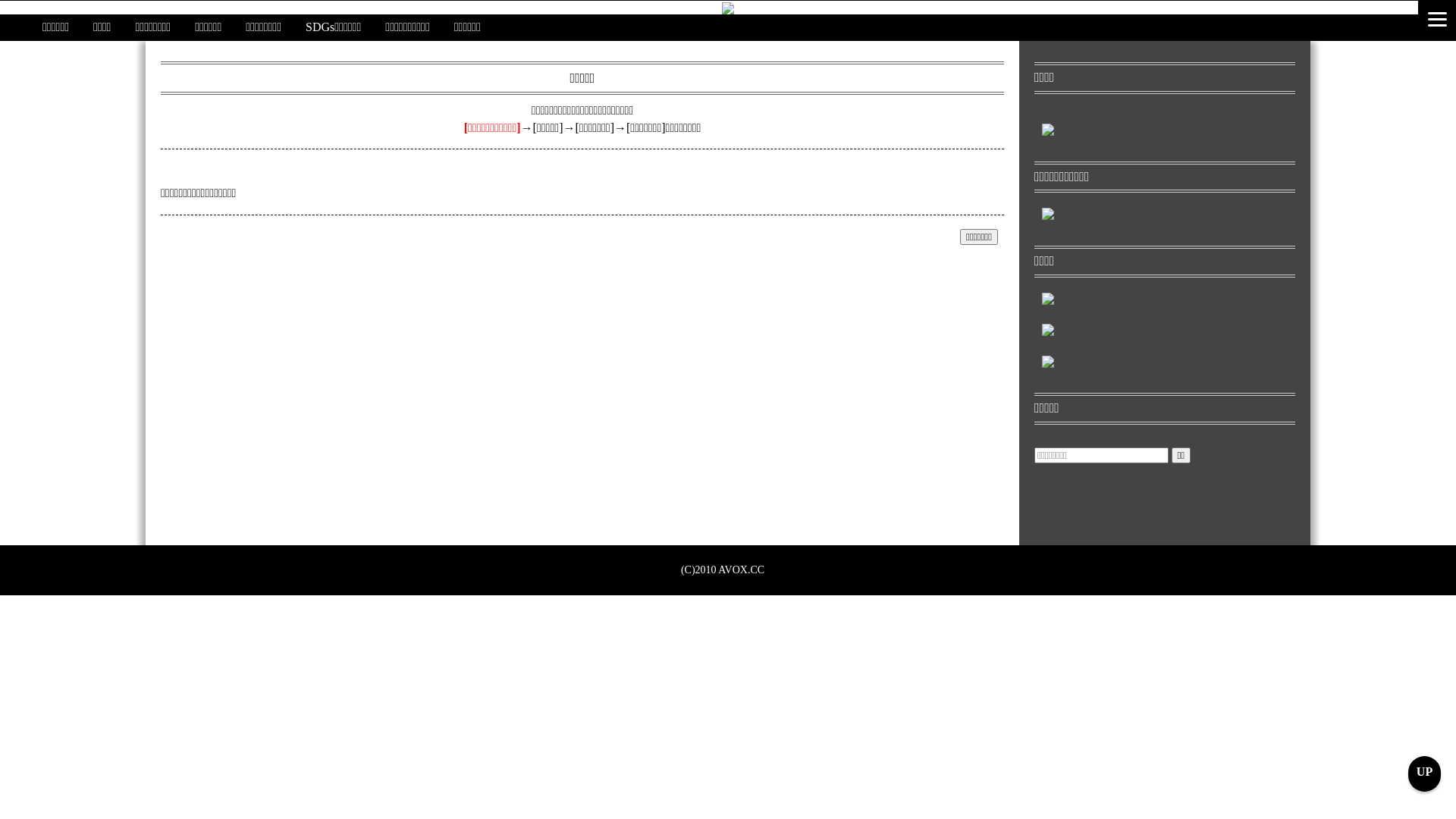 This screenshot has width=1456, height=819. I want to click on 'UP', so click(1407, 773).